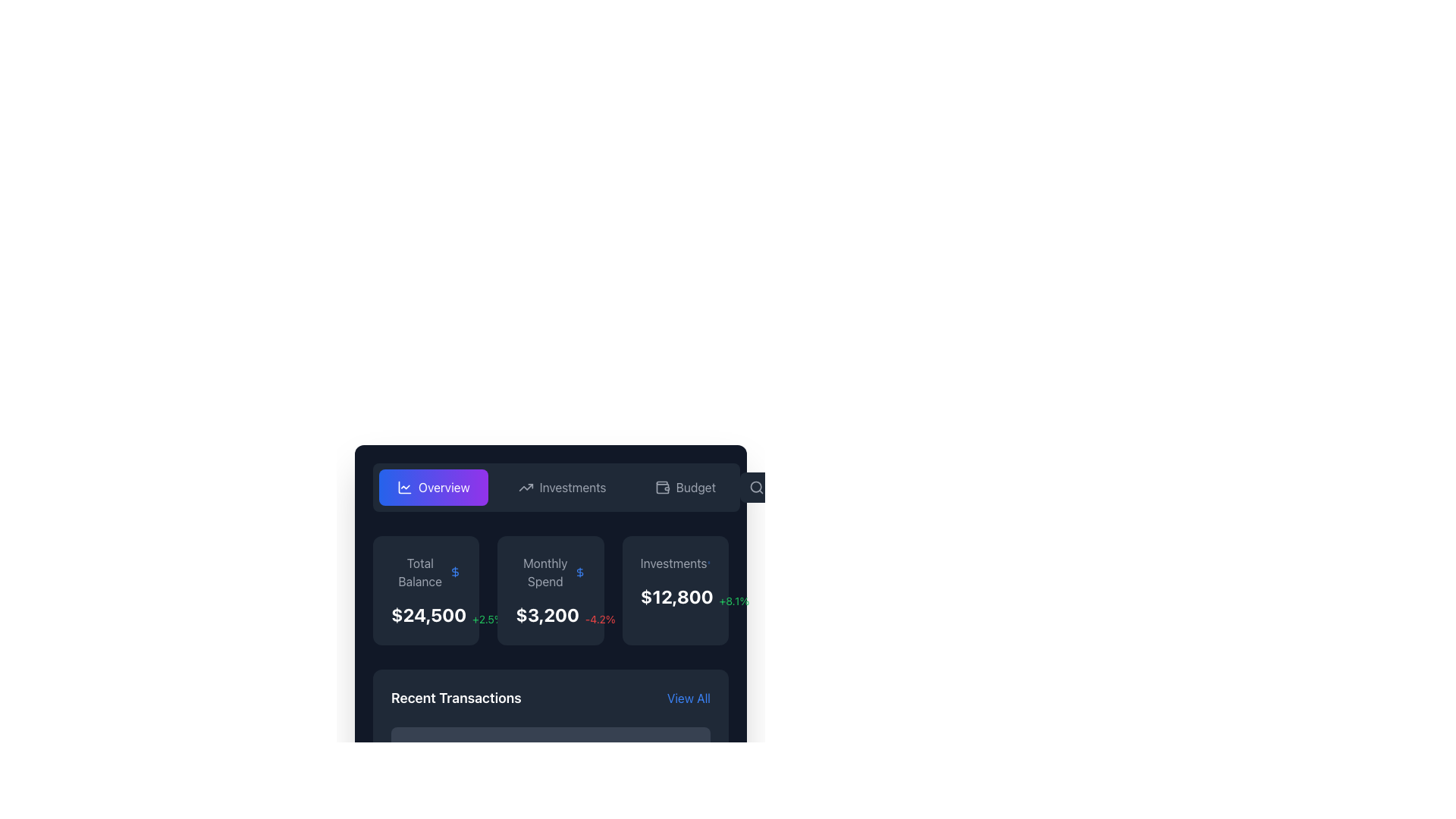  What do you see at coordinates (454, 573) in the screenshot?
I see `the blue dollar sign icon with a circular contour located in the 'Total Balance' section of the financial dashboard` at bounding box center [454, 573].